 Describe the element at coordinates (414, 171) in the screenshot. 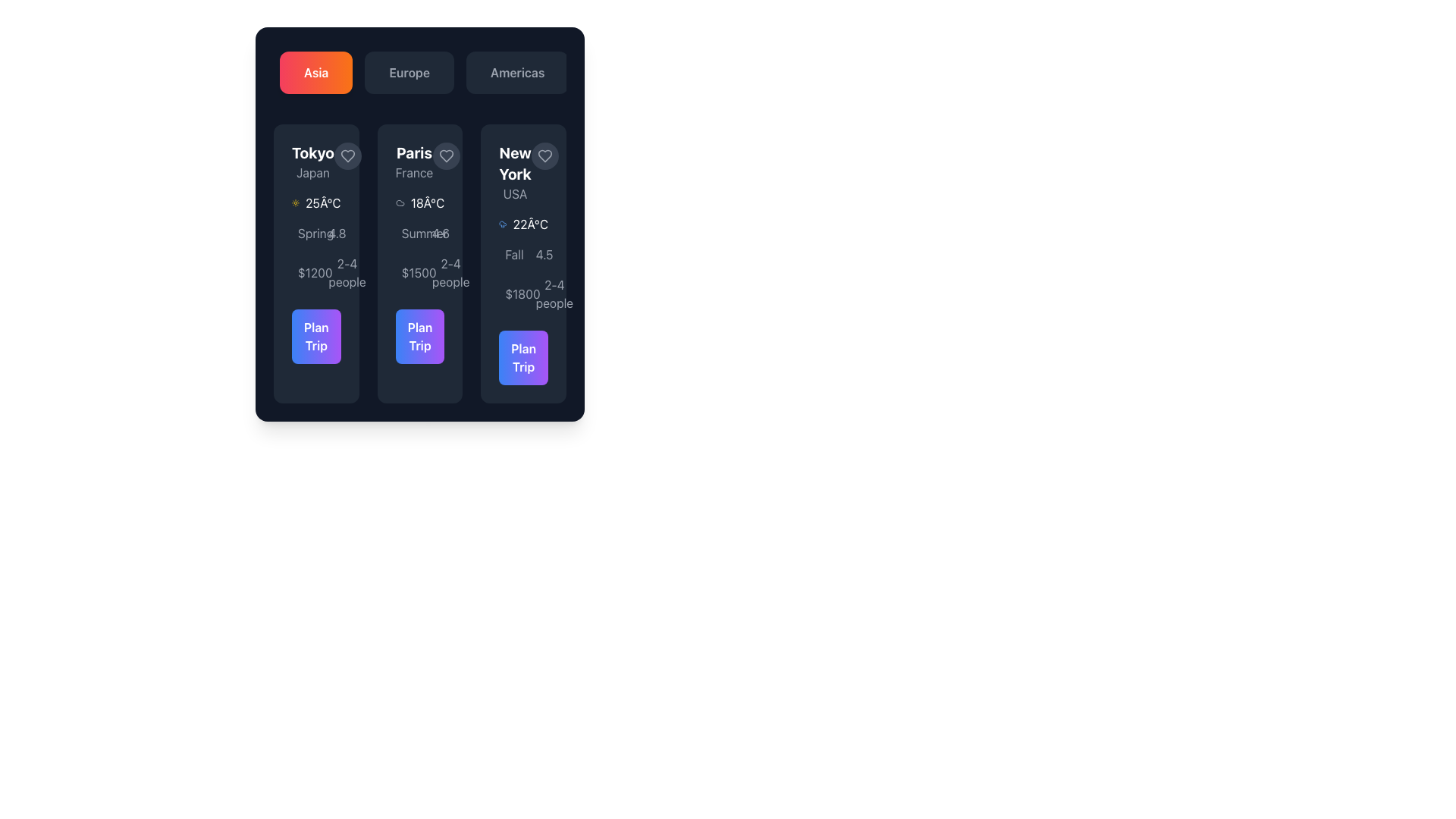

I see `the text label that reads 'France', which is styled with a light gray font and located below the 'Paris' label in a dark-themed card` at that location.